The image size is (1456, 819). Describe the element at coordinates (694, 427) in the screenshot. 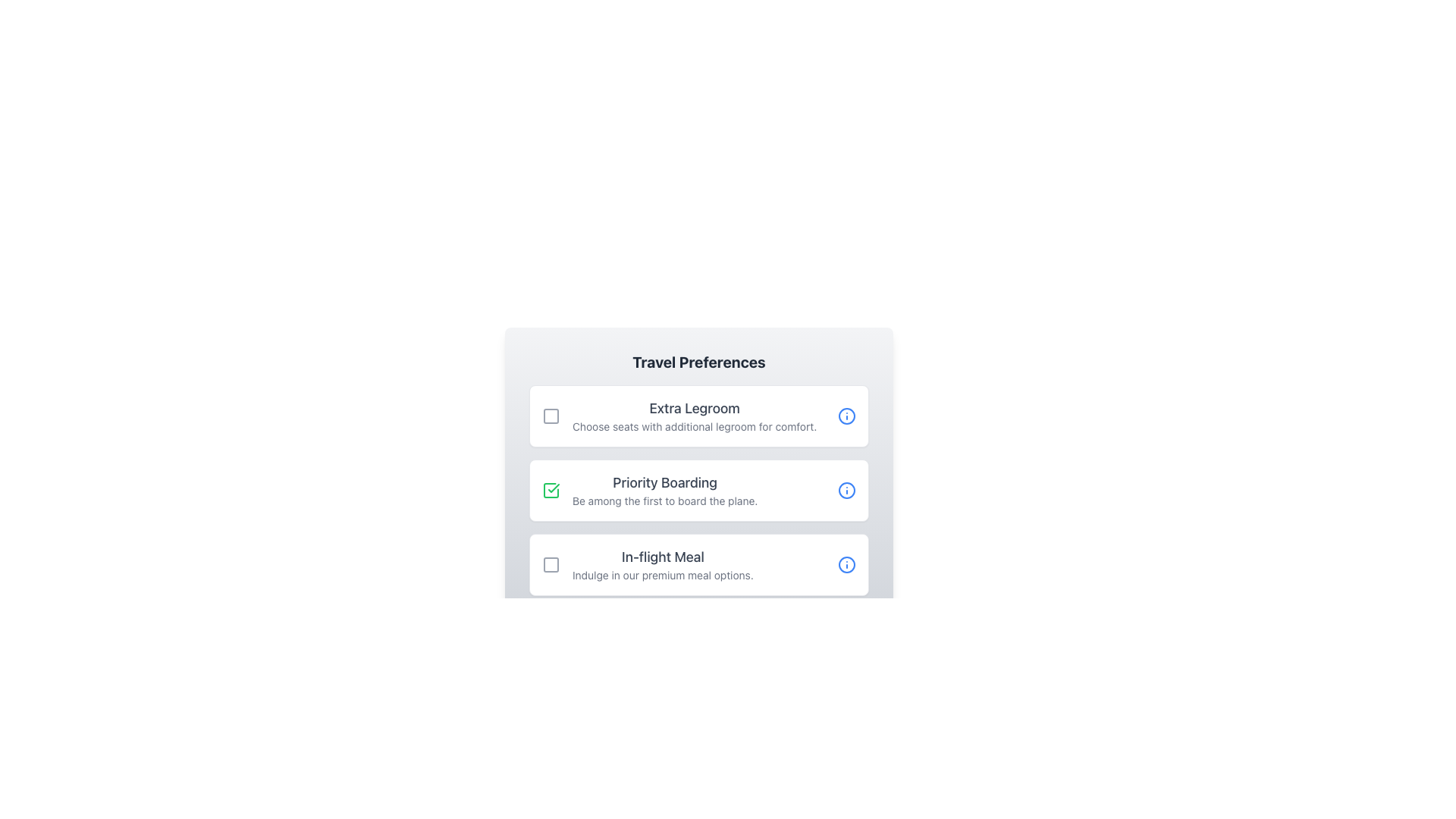

I see `the text element that reads 'Choose seats with additional legroom for comfort.', which is styled with a small font size and gray color, located beneath the title 'Extra Legroom' in the 'Travel Preferences' section` at that location.